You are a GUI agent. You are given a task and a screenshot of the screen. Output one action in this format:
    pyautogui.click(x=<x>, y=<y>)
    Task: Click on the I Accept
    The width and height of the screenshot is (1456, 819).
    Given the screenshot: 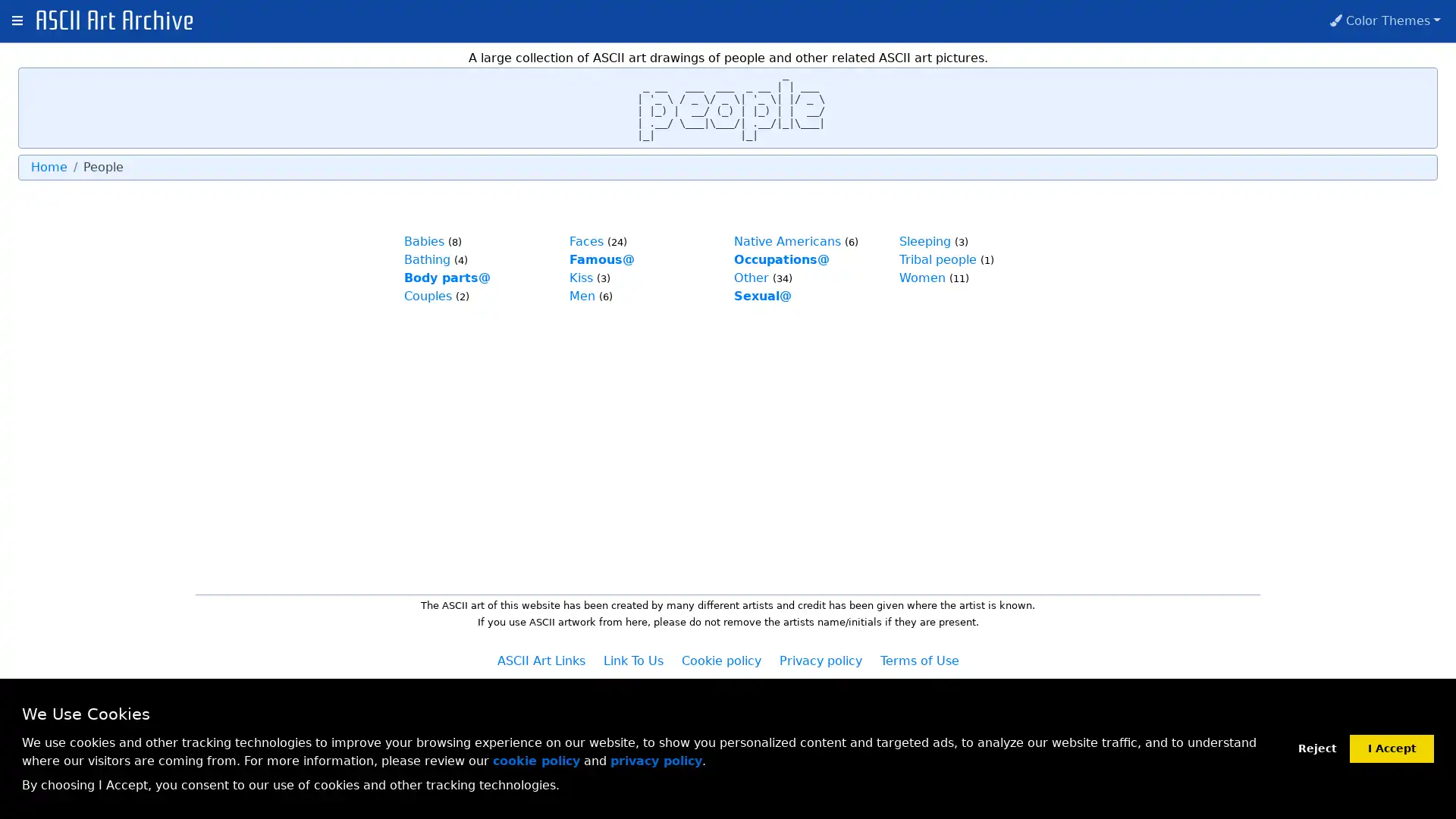 What is the action you would take?
    pyautogui.click(x=1392, y=747)
    